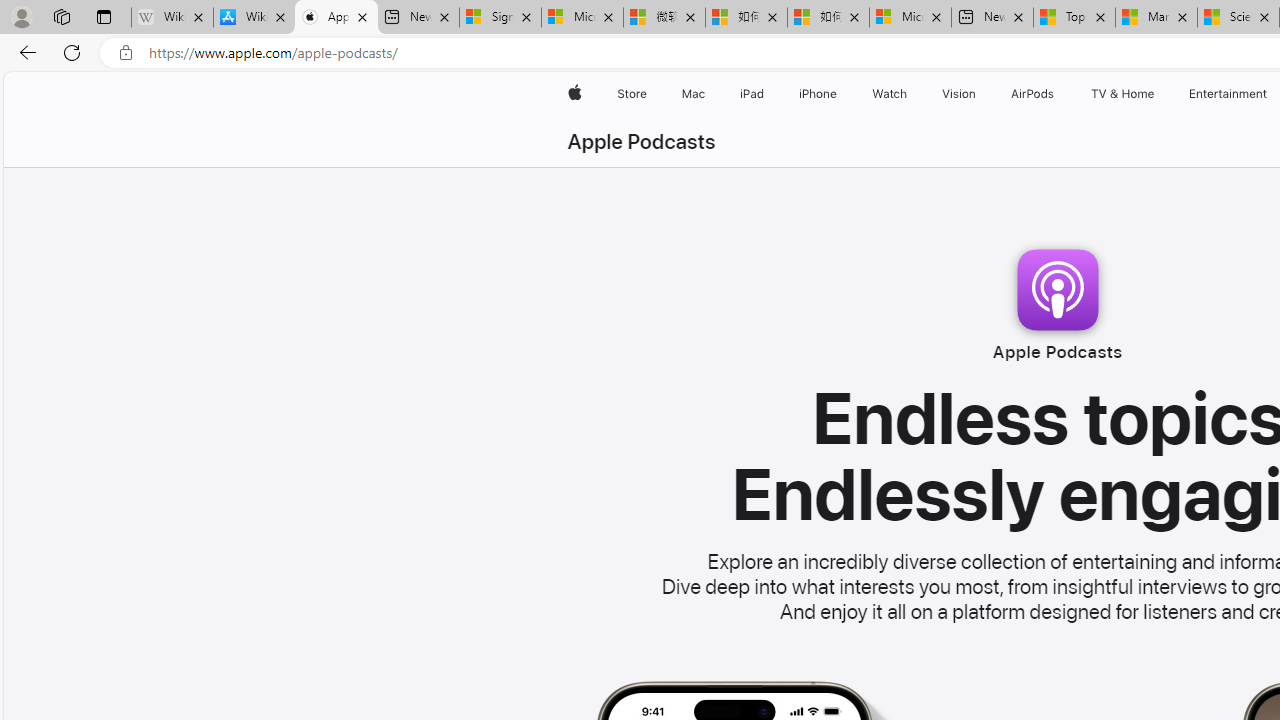  Describe the element at coordinates (1227, 93) in the screenshot. I see `'Entertainment'` at that location.